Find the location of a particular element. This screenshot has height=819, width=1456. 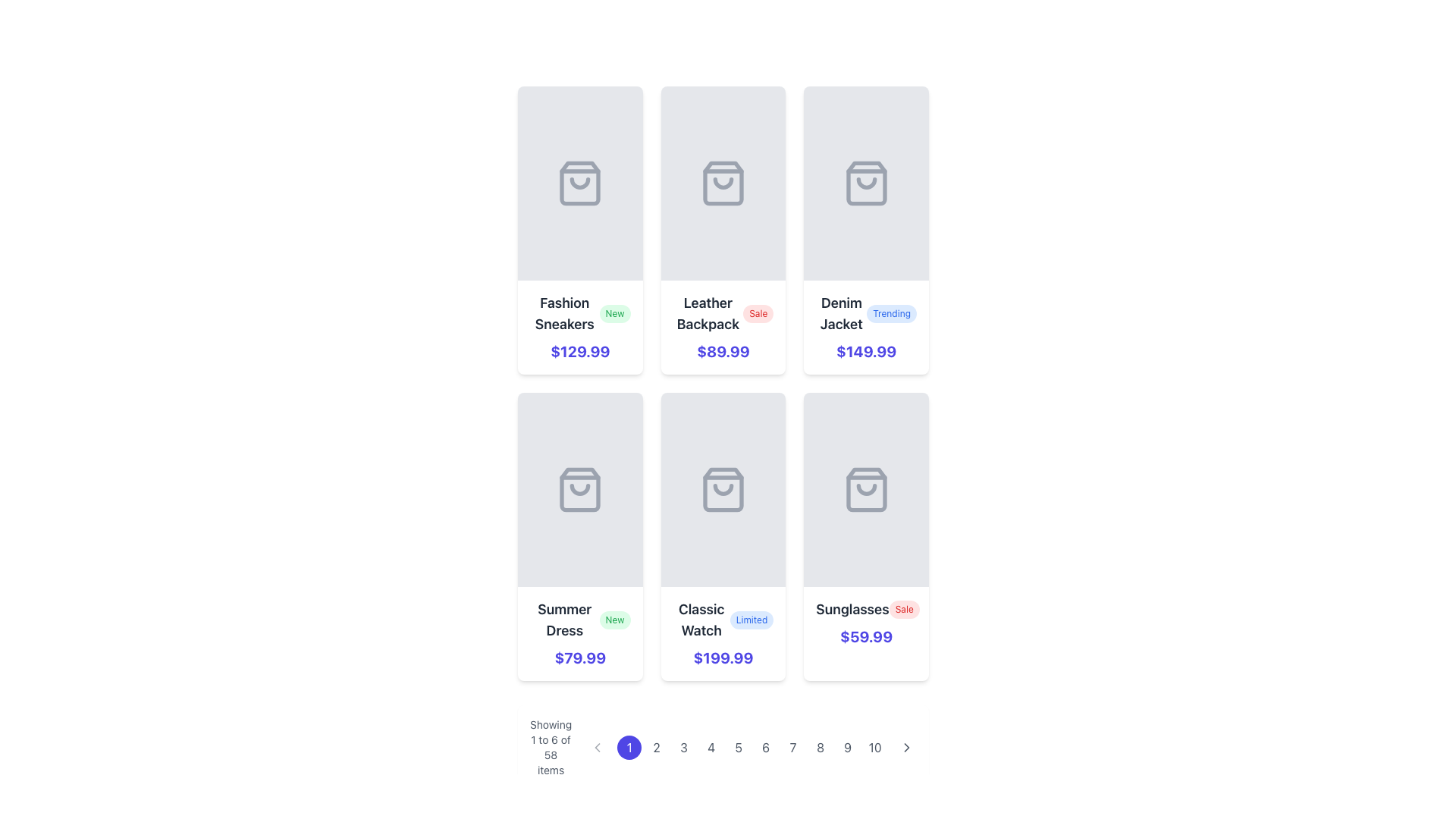

text content of the label displaying 'Summer Dress' with the badge 'New' in a light green background, located on the bottom left part of the card adjacent to the price '$79.99' is located at coordinates (579, 620).